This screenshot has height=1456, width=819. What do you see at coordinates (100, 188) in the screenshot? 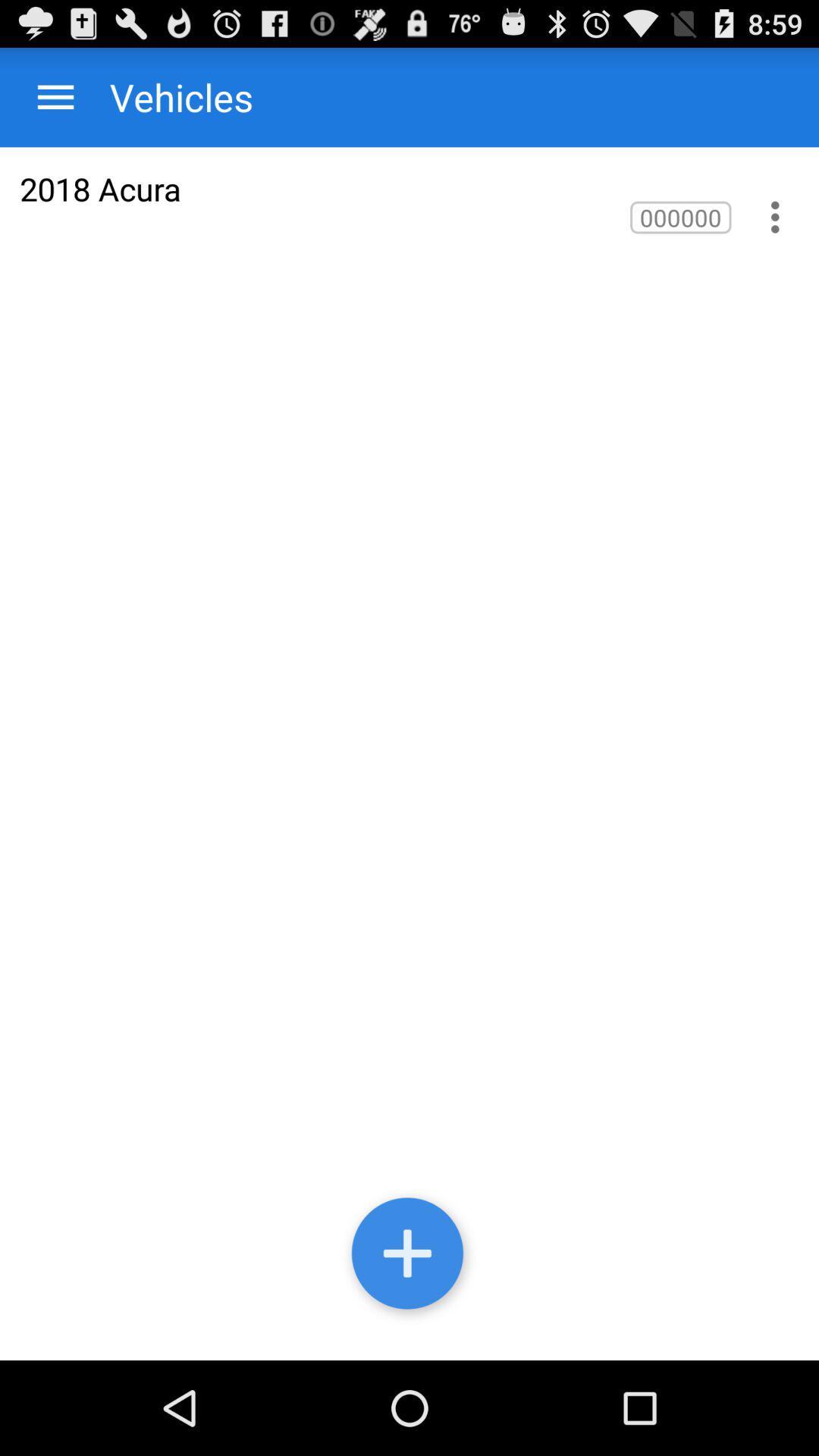
I see `the 2018 acura item` at bounding box center [100, 188].